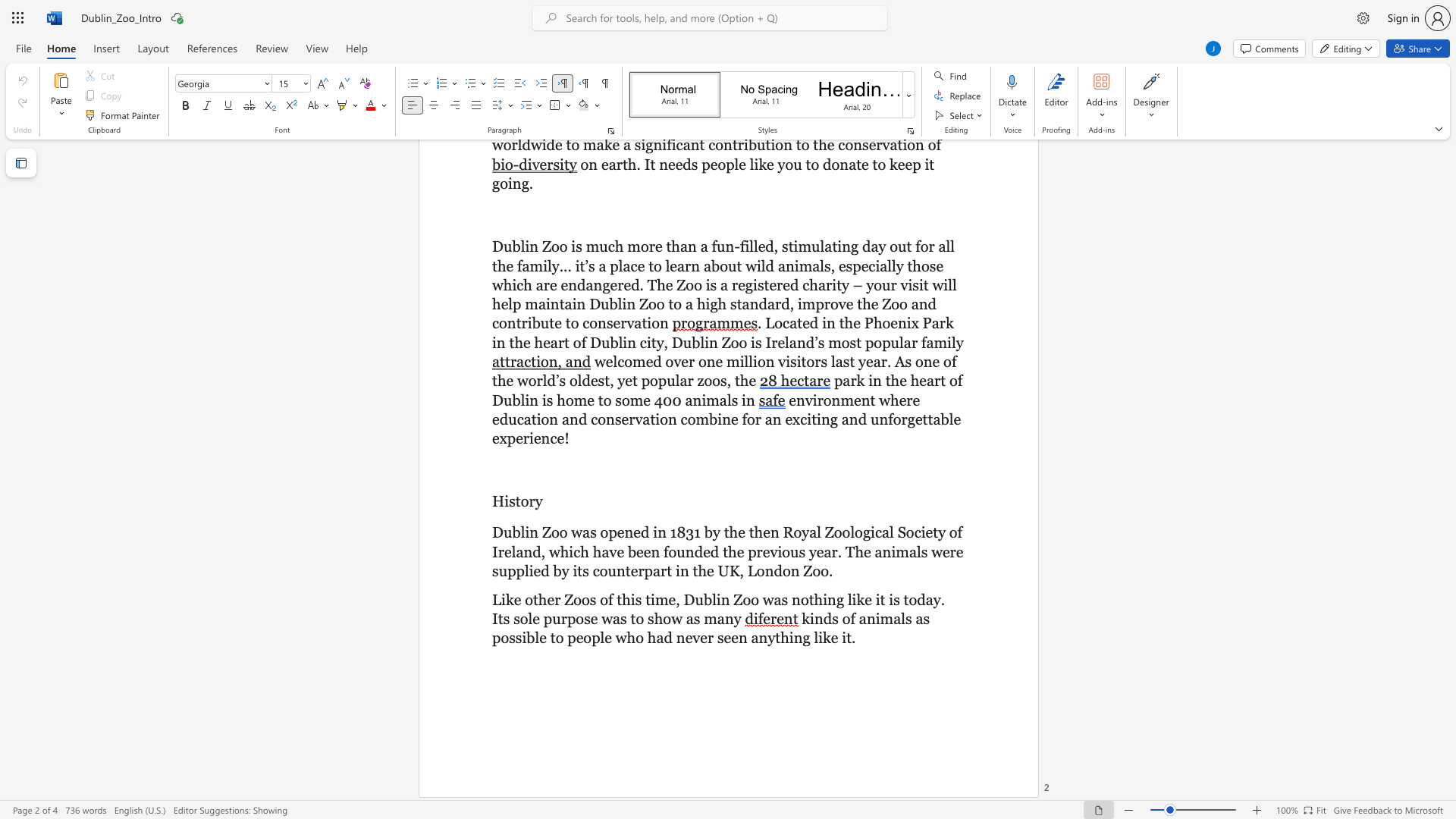 Image resolution: width=1456 pixels, height=819 pixels. Describe the element at coordinates (920, 551) in the screenshot. I see `the subset text "s we" within the text "Dublin Zoo was opened in 1831 by the then Royal Zoological Society of Ireland, which have been founded the previous year. The animals were supplied by its counterpart in the UK, London Zoo."` at that location.